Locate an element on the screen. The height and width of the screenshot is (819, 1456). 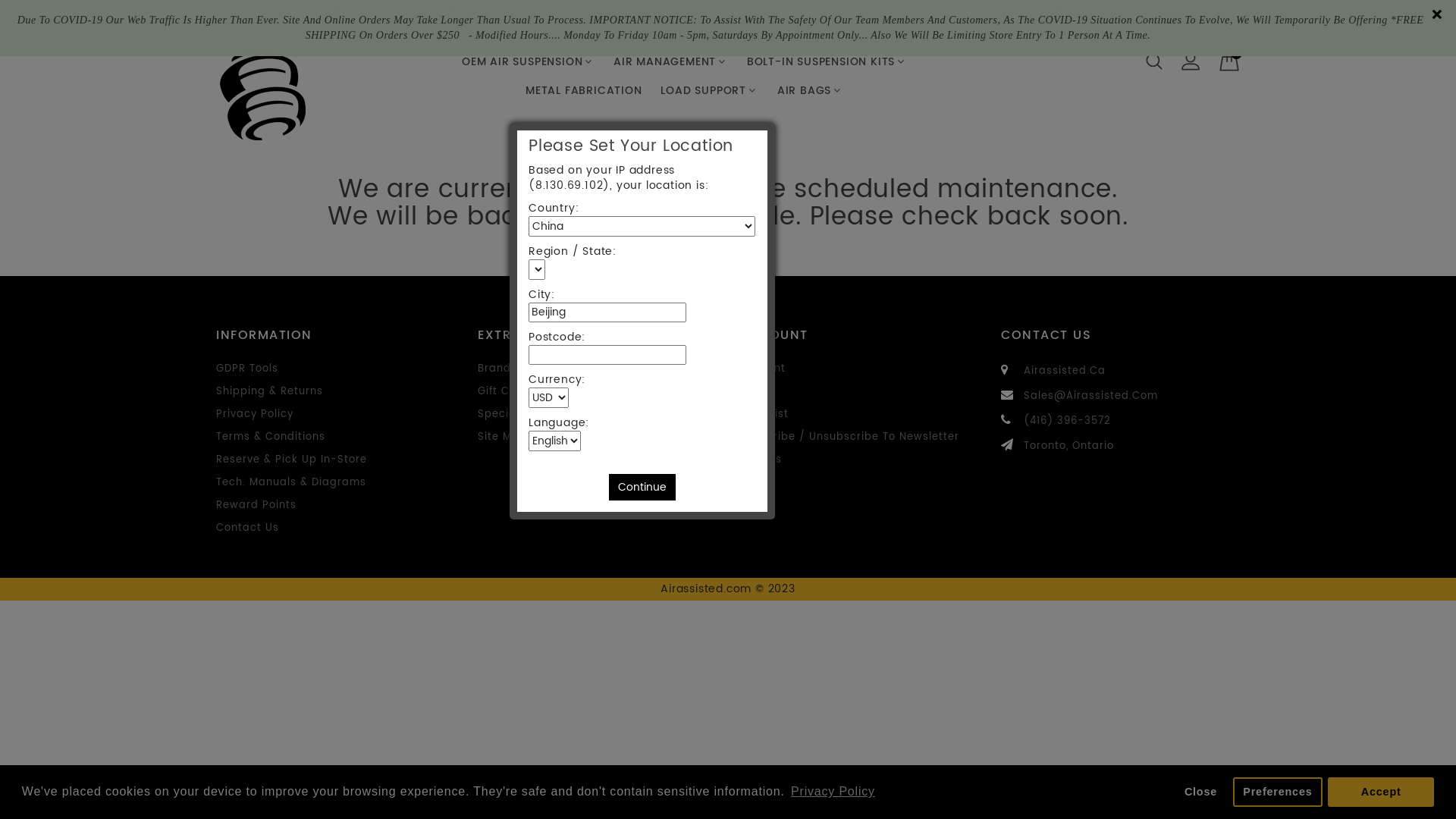
'Close' is located at coordinates (1173, 791).